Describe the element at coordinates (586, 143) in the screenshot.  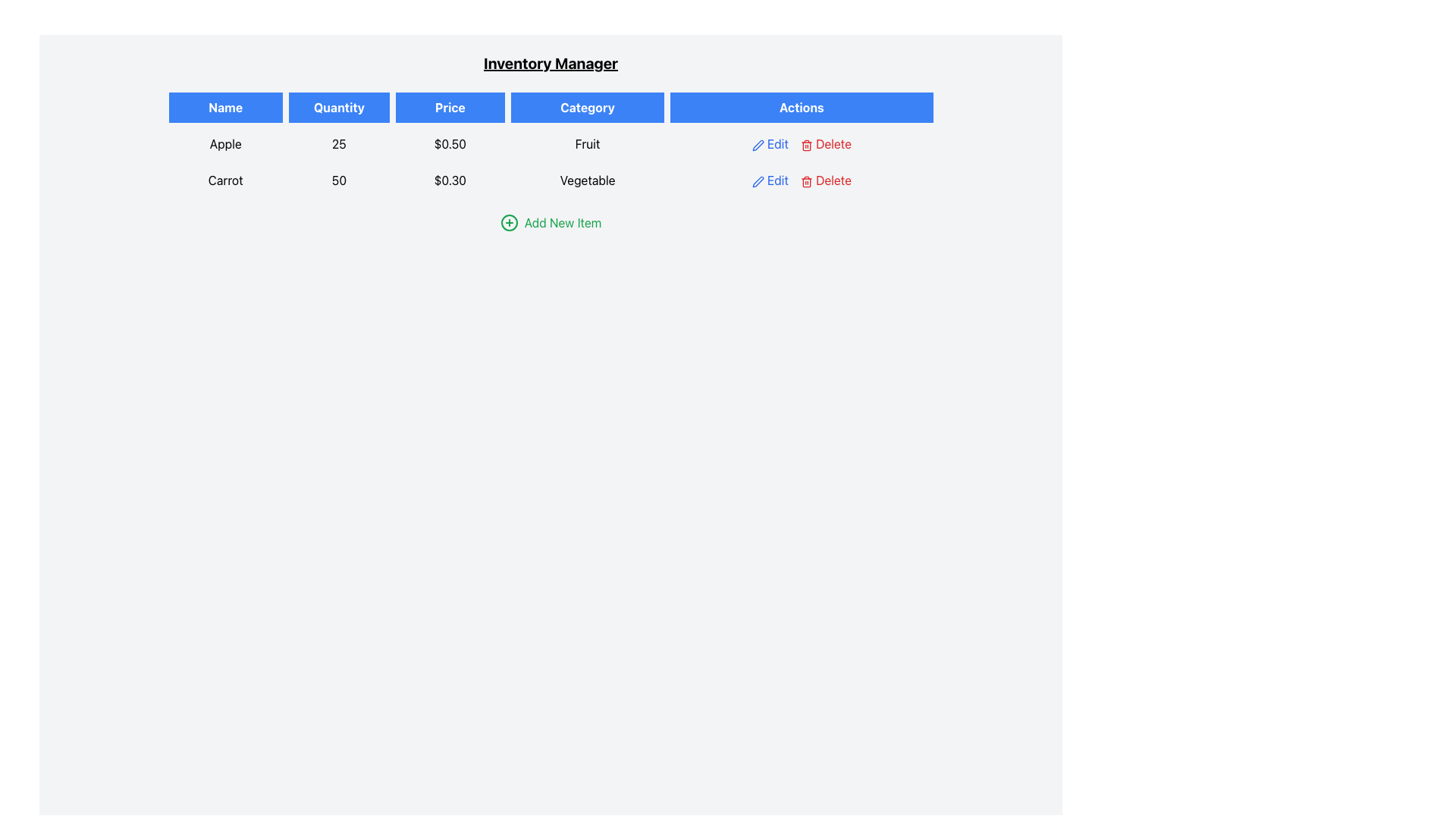
I see `the 'Fruit' Label in the Inventory Manager interface, which is located in the third column of the first row under the 'Category' heading` at that location.